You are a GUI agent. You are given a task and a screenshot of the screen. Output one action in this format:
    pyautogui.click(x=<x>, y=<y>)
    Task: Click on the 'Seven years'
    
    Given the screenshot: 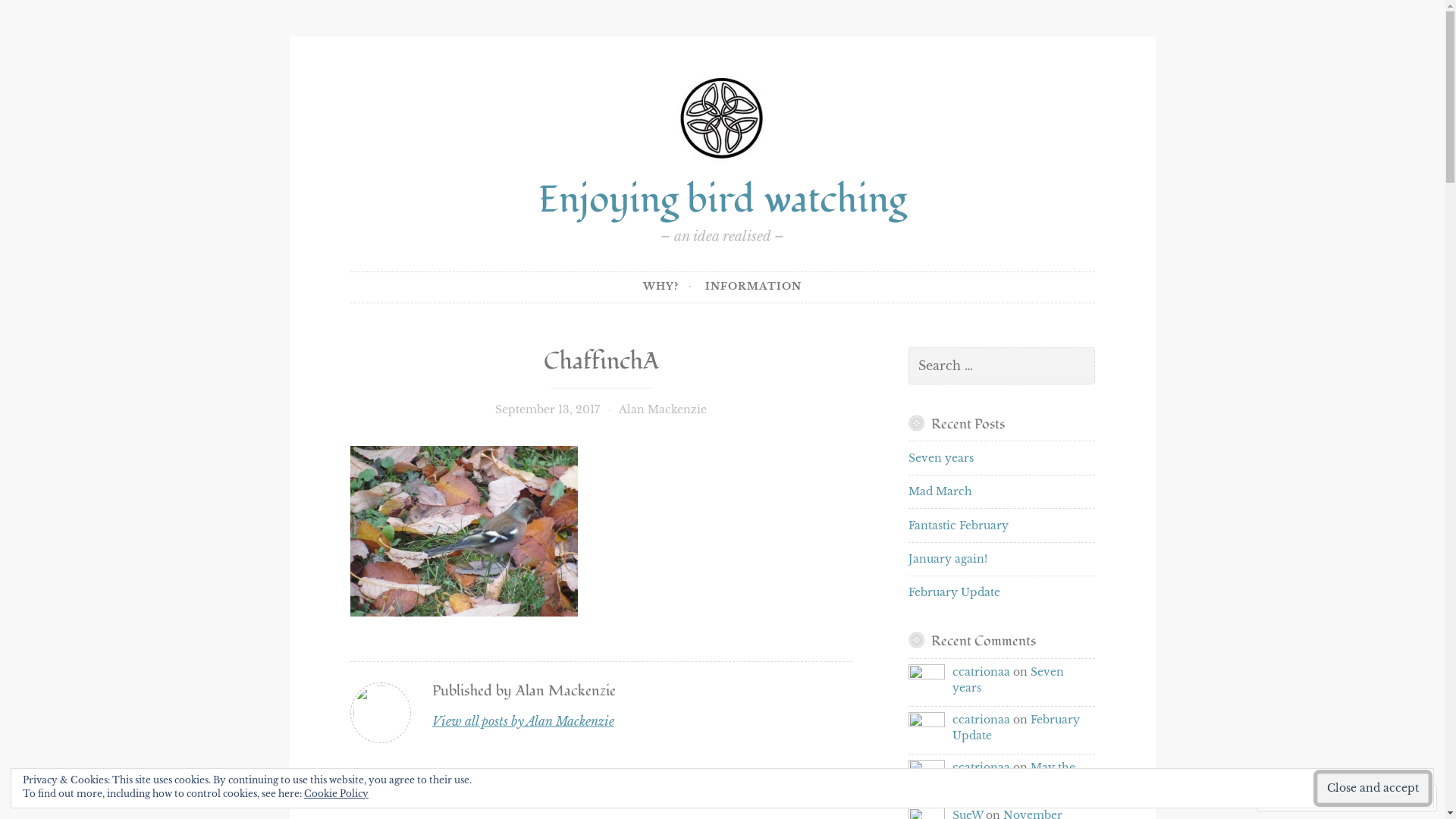 What is the action you would take?
    pyautogui.click(x=952, y=679)
    